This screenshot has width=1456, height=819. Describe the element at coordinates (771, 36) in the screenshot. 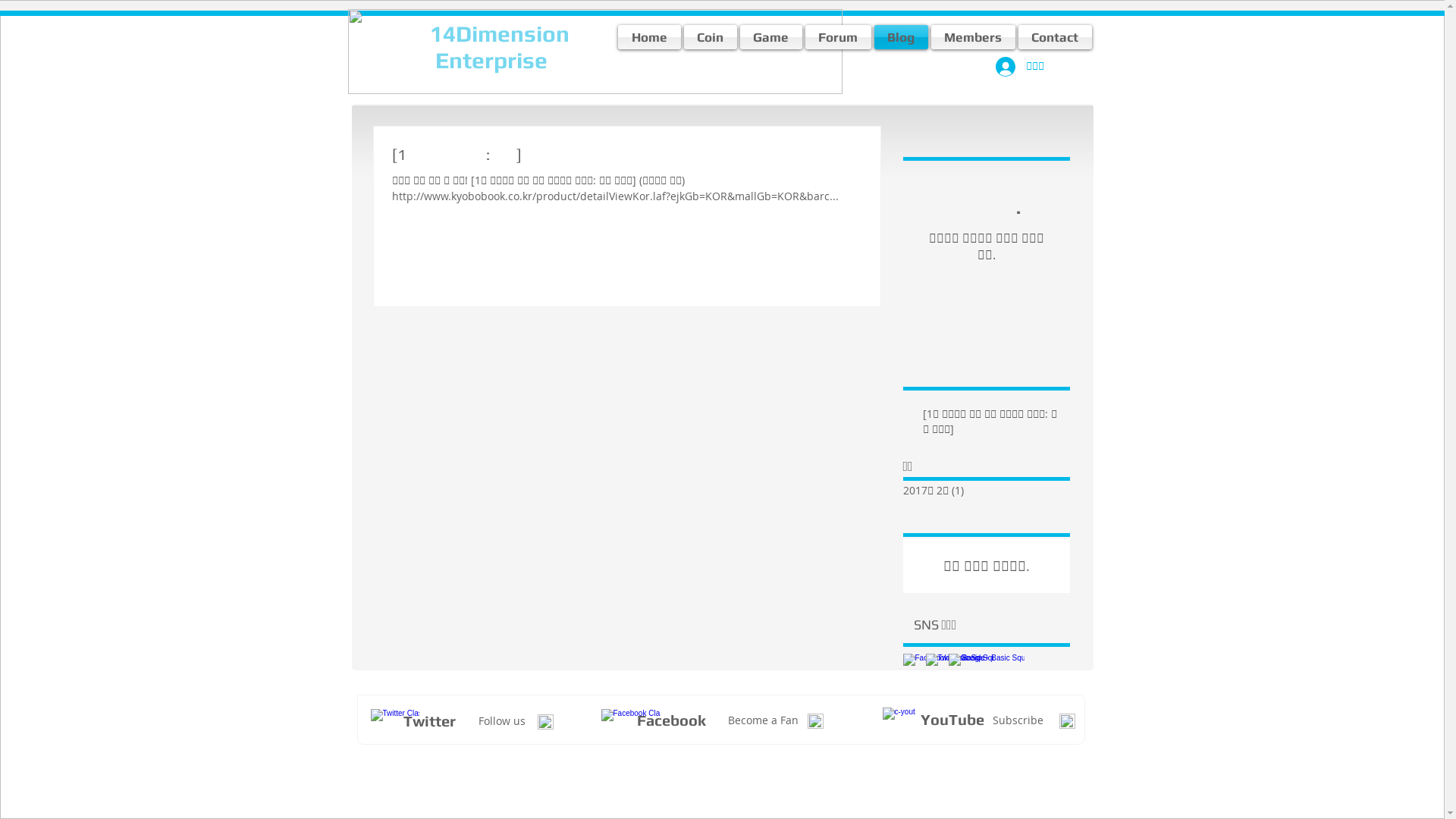

I see `'Game'` at that location.